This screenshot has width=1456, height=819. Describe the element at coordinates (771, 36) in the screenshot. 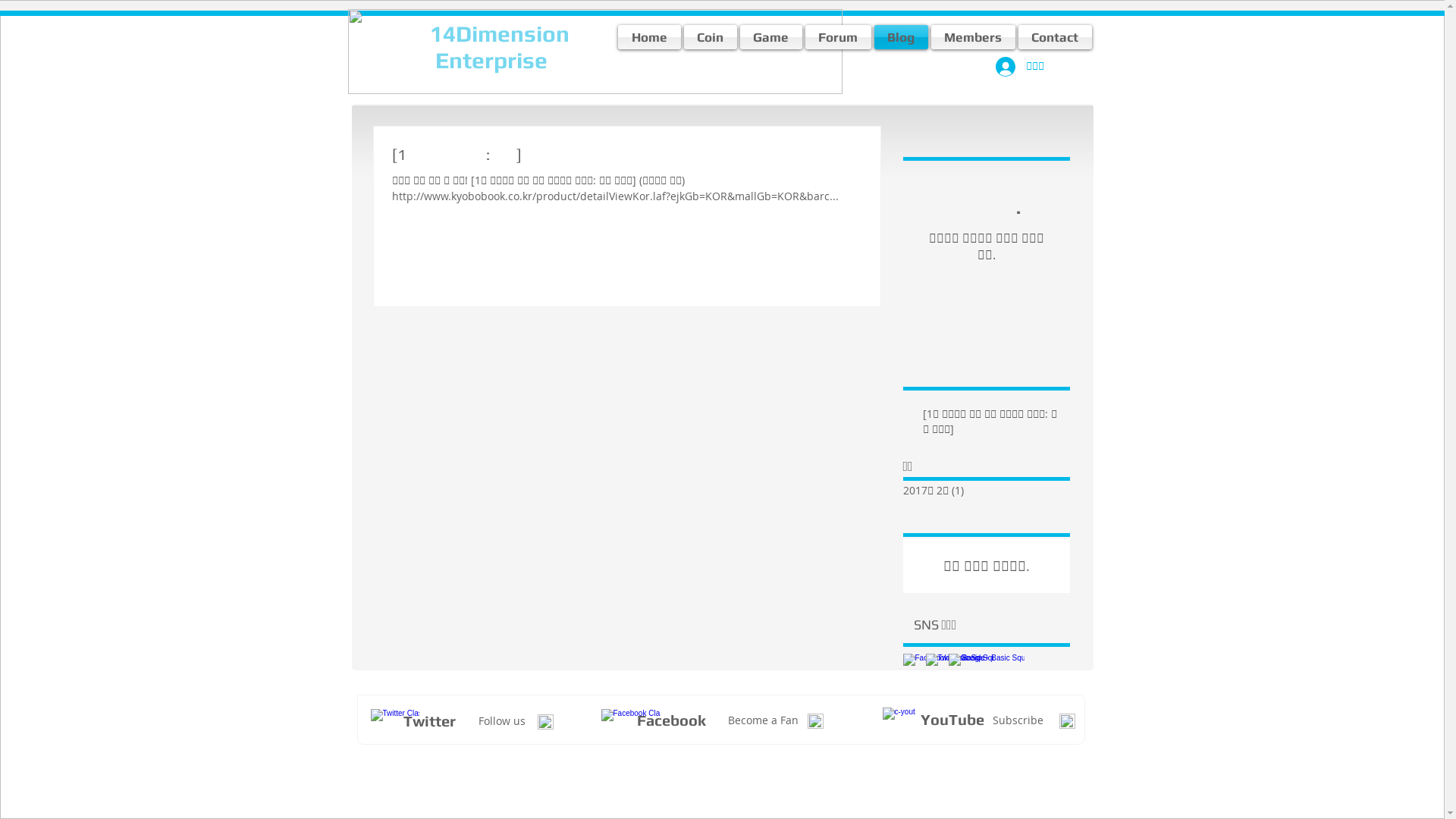

I see `'Game'` at that location.